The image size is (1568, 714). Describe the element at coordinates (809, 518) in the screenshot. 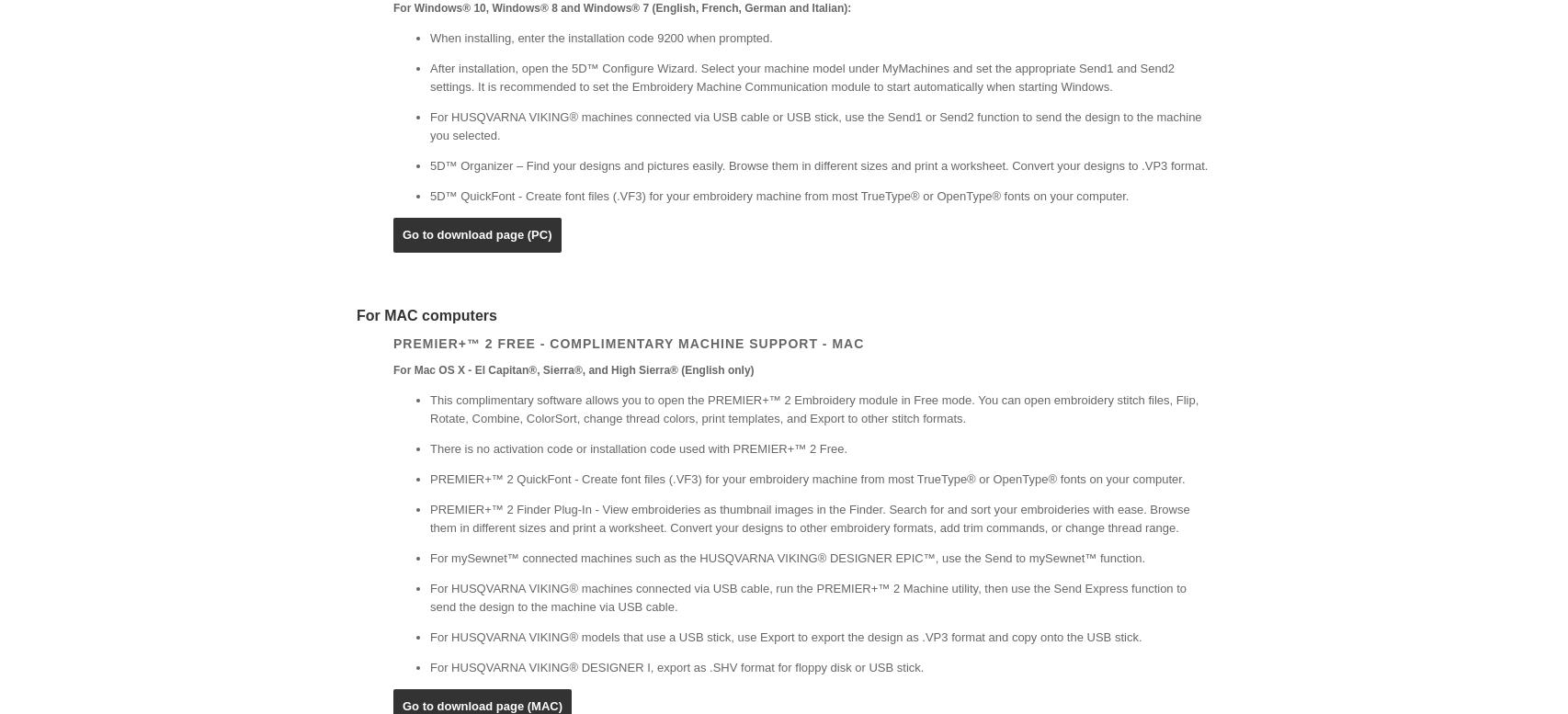

I see `'PREMIER+™ 2 Finder Plug-In - View embroideries as thumbnail images in the Finder. Search for and sort your embroideries with ease. Browse them in different sizes and print a worksheet. Convert your designs to other embroidery formats, add trim commands, or change thread range.'` at that location.